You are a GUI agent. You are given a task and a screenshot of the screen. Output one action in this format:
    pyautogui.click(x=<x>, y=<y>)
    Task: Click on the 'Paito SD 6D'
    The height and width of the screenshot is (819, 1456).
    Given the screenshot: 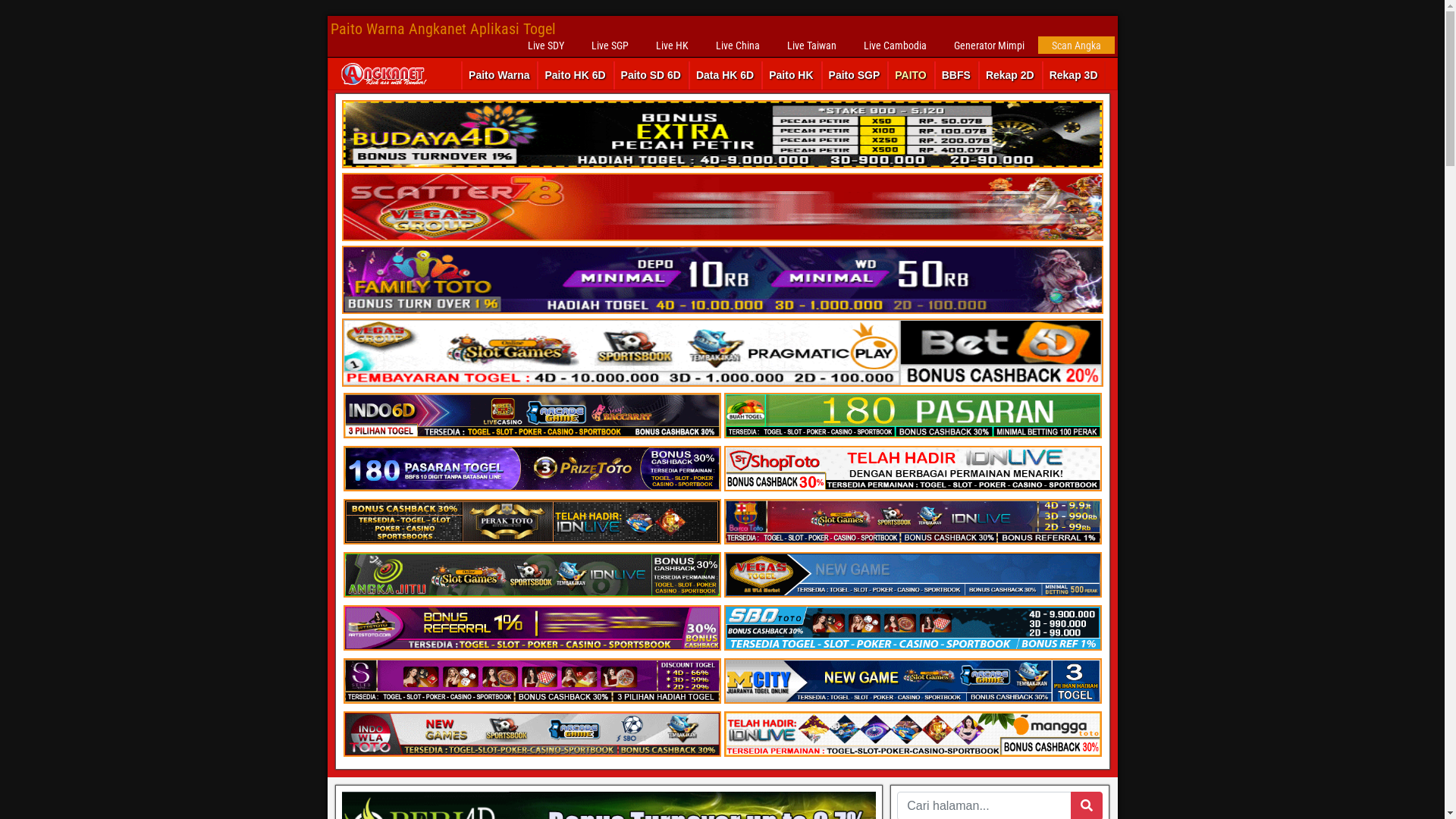 What is the action you would take?
    pyautogui.click(x=651, y=75)
    